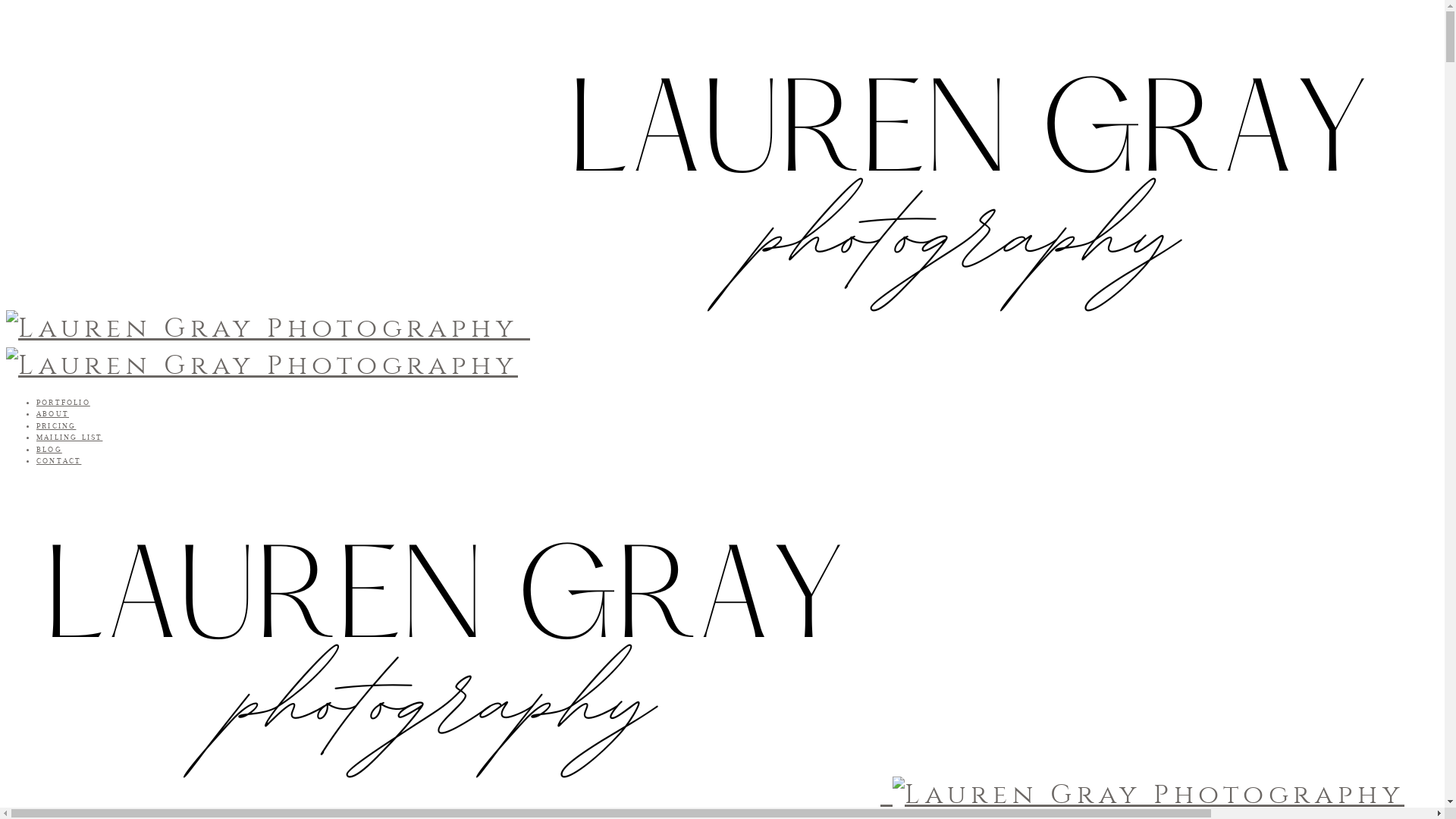  What do you see at coordinates (55, 425) in the screenshot?
I see `'PRICING'` at bounding box center [55, 425].